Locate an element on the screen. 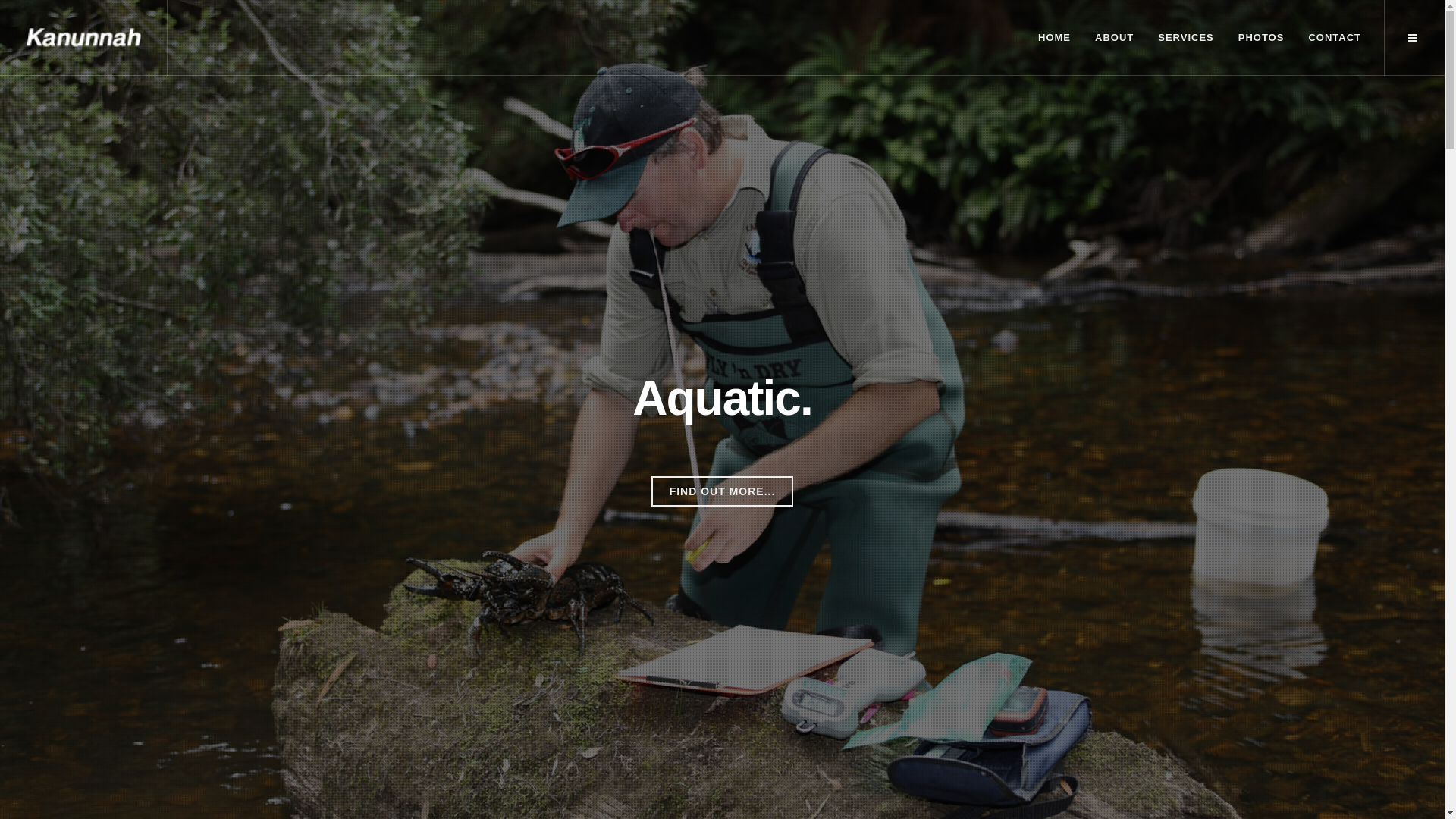  'SERVICES' is located at coordinates (1185, 37).